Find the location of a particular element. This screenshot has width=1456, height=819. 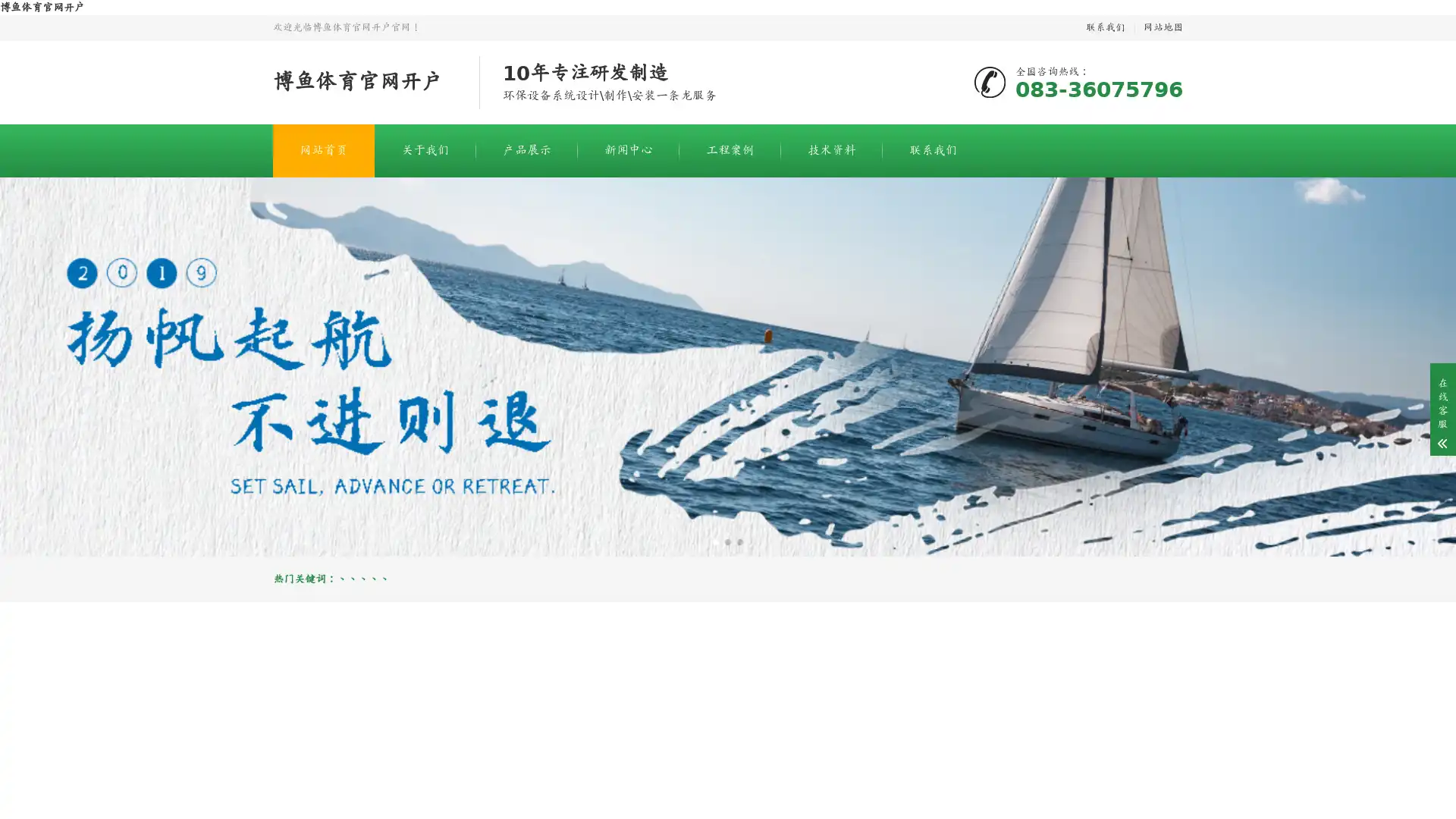

Go to slide 3 is located at coordinates (739, 541).